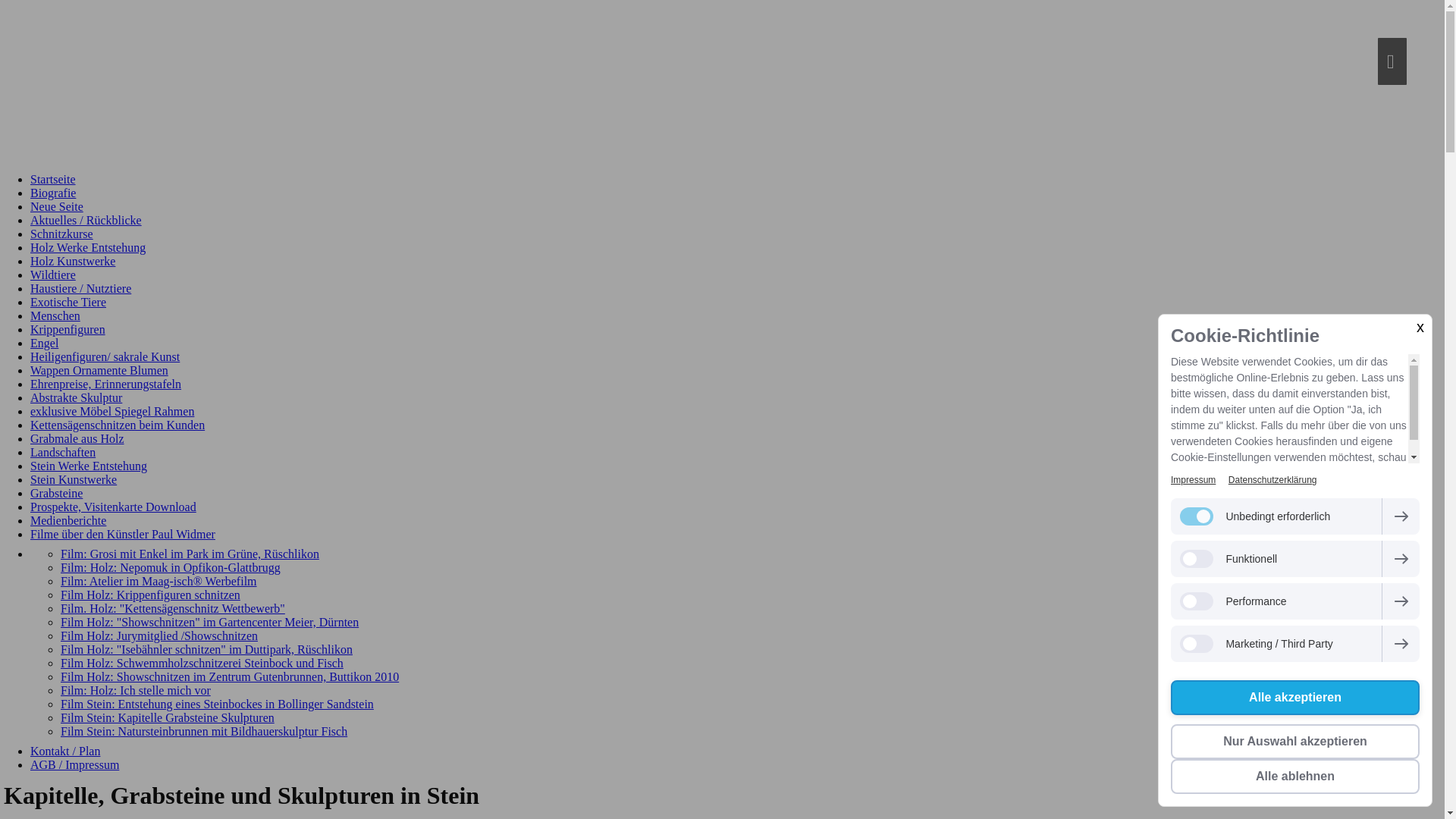 The height and width of the screenshot is (819, 1456). What do you see at coordinates (57, 206) in the screenshot?
I see `'Neue Seite'` at bounding box center [57, 206].